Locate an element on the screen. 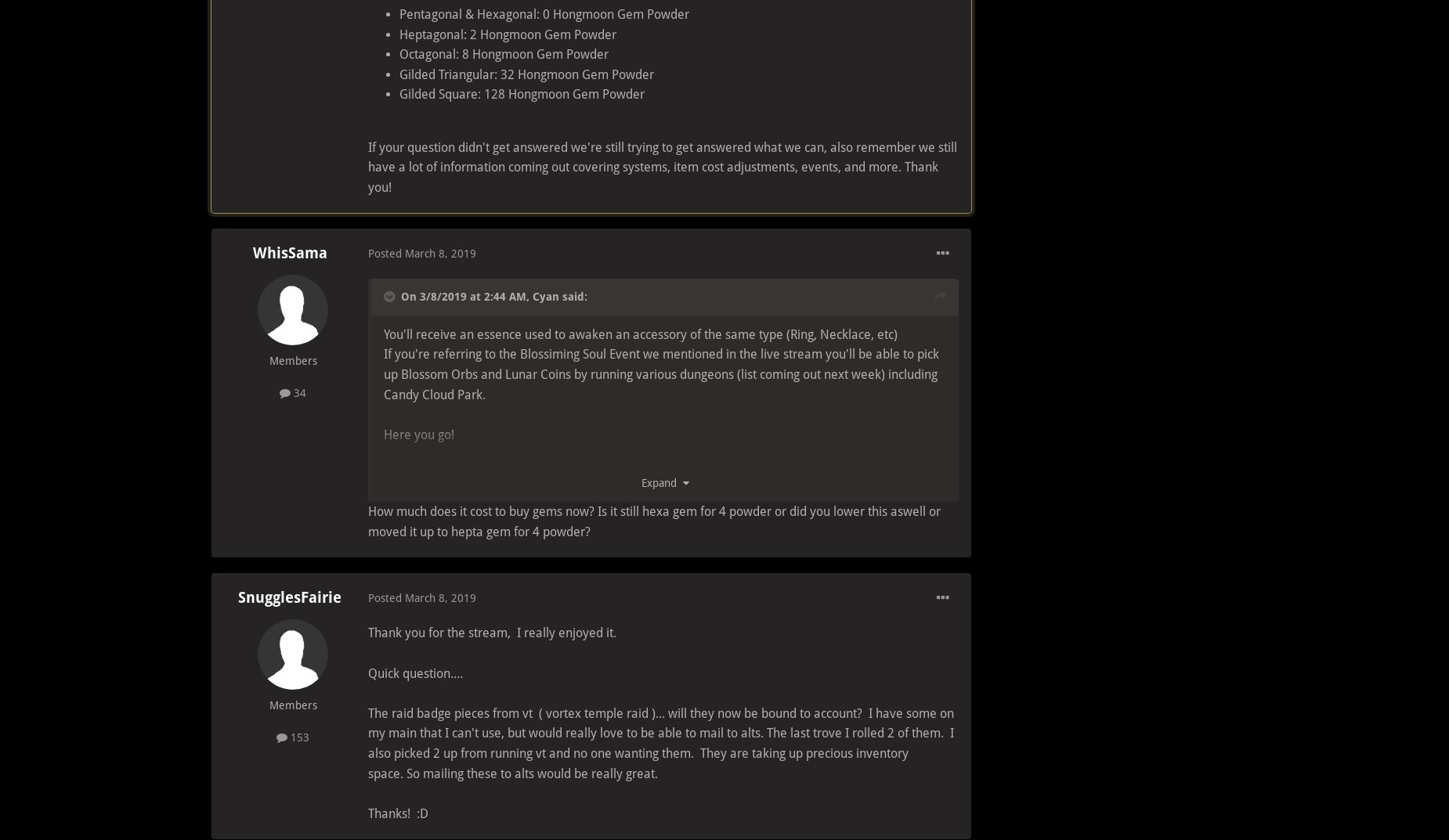 This screenshot has width=1449, height=840. 'If you're referring to the Blossiming Soul Event we mentioned in the live stream you'll be able to pick up Blossom Orbs and Lunar Coins by running various dungeons (list coming out next week) including Candy Cloud Park.' is located at coordinates (661, 373).